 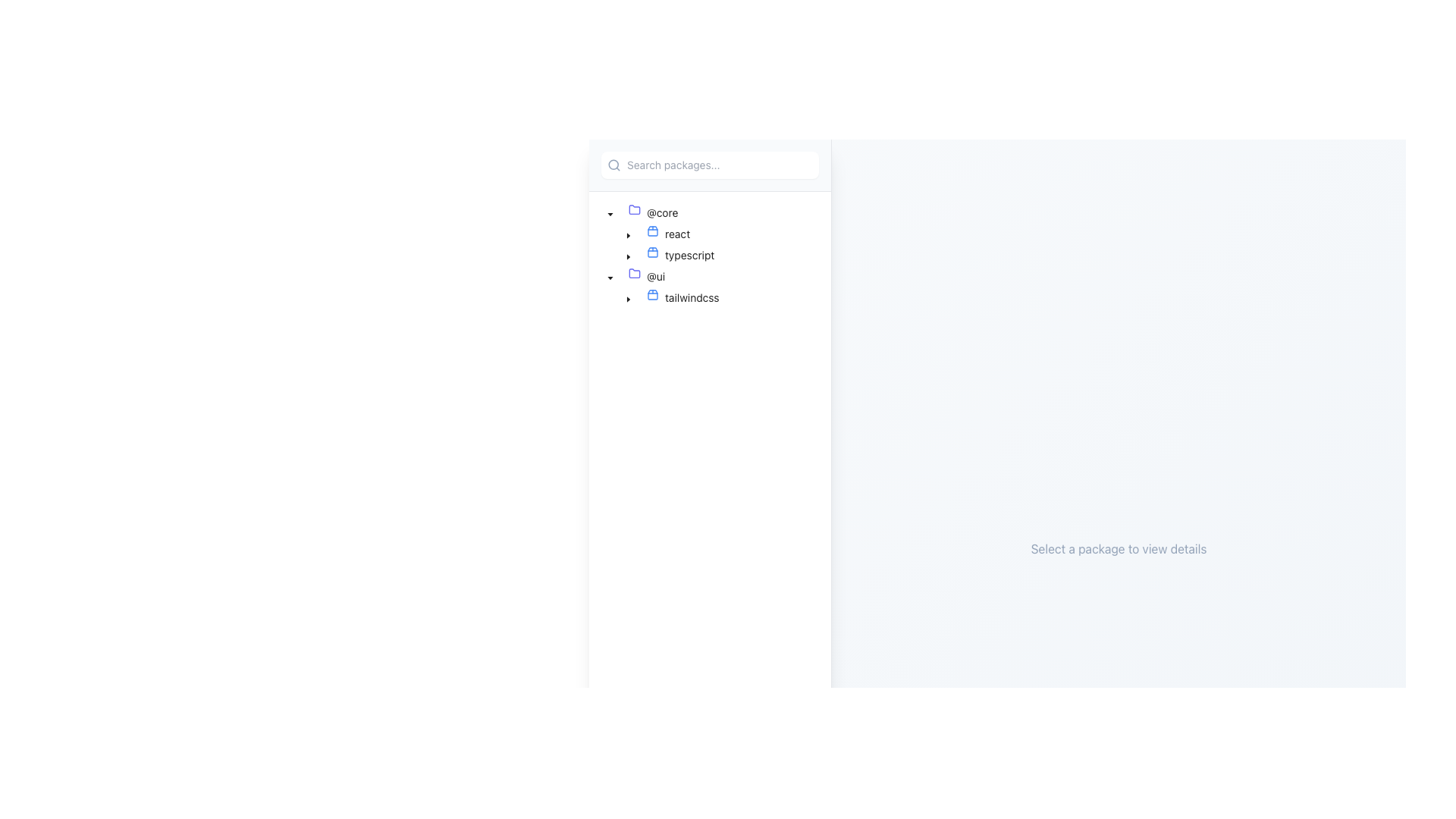 What do you see at coordinates (634, 210) in the screenshot?
I see `the folder icon representing the '@core' directory in the left sidebar` at bounding box center [634, 210].